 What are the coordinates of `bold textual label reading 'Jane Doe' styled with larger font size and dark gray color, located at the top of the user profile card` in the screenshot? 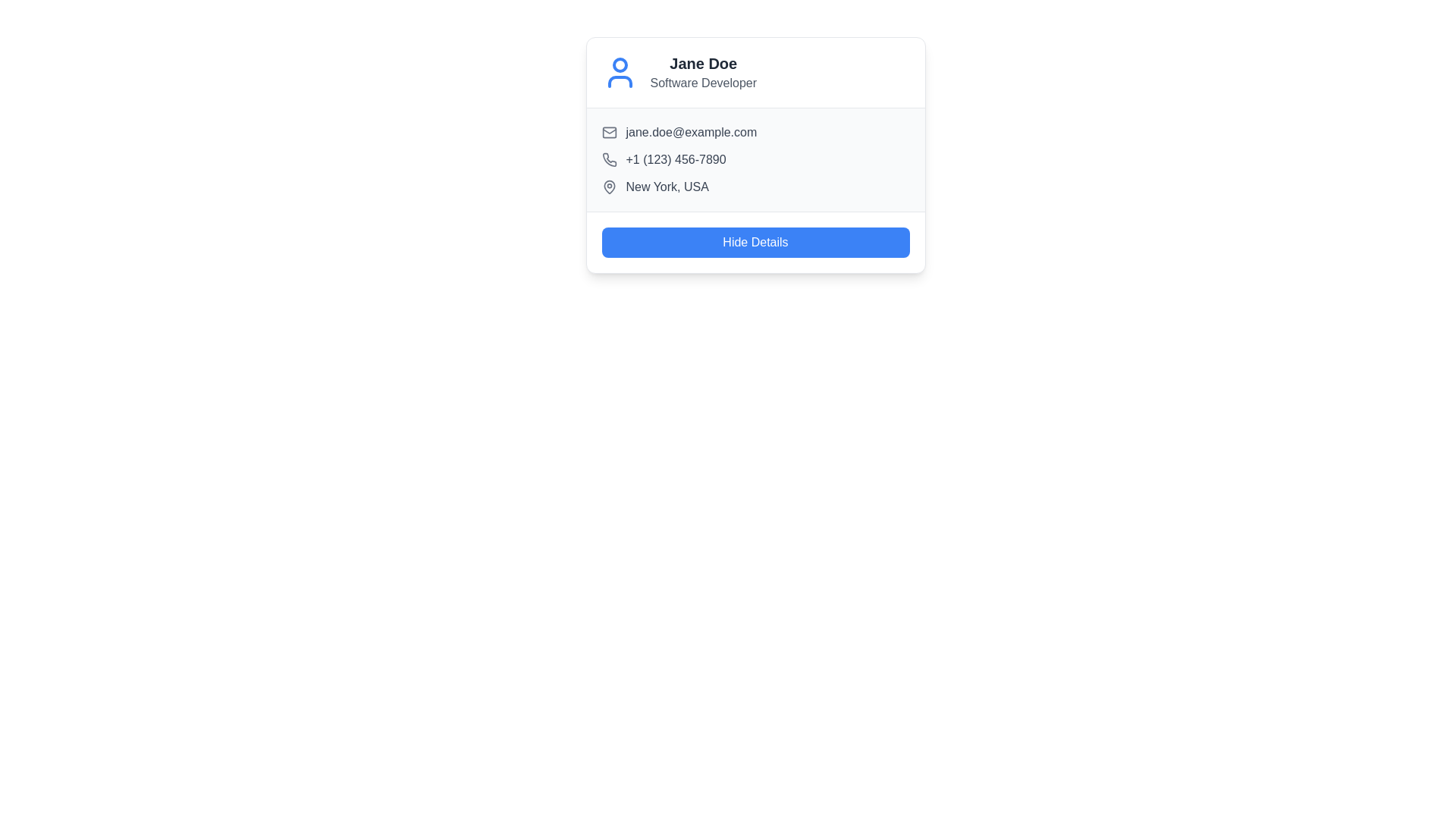 It's located at (702, 63).